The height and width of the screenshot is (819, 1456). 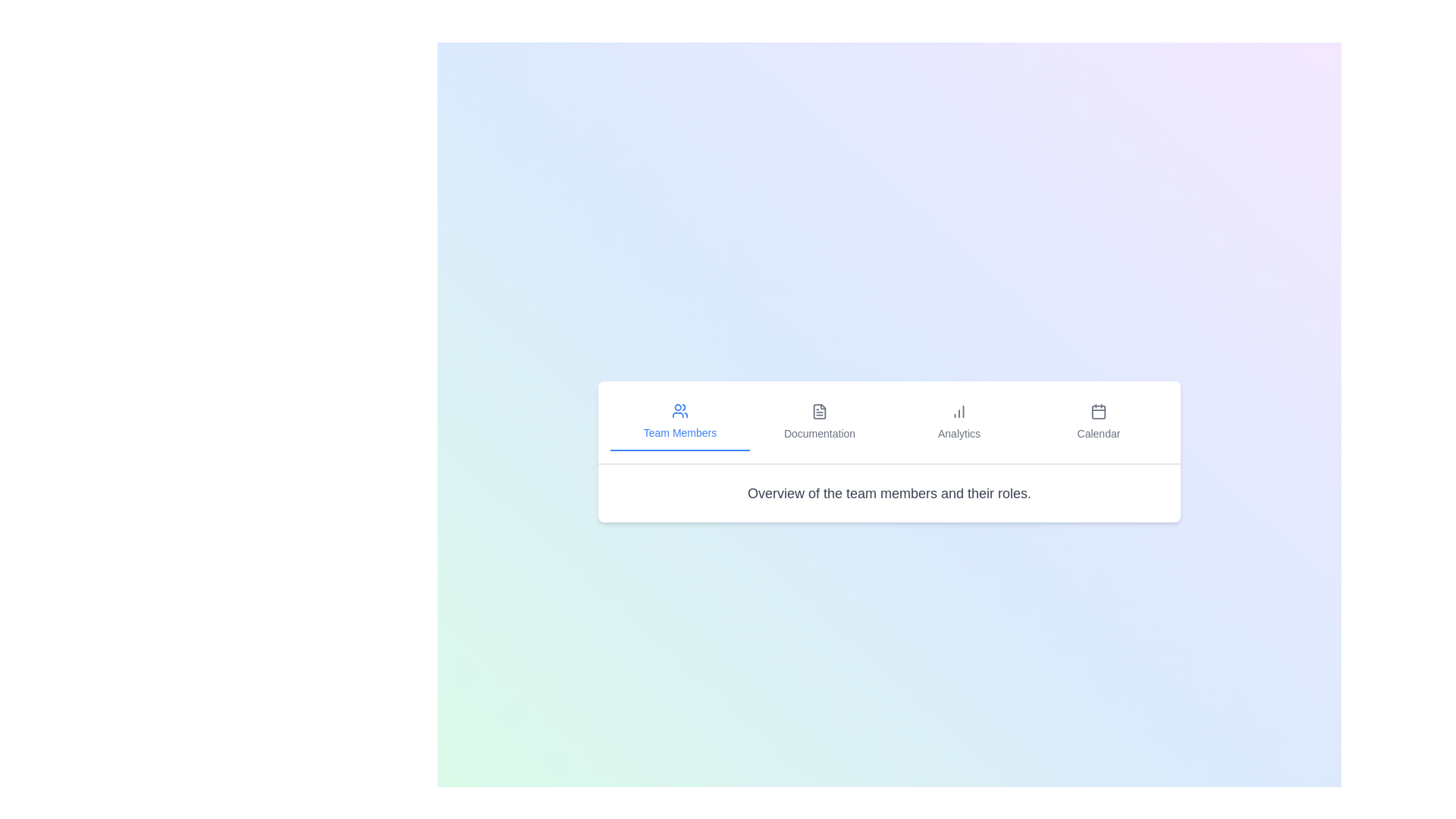 I want to click on the Team Members tab to view its tooltip, so click(x=679, y=422).